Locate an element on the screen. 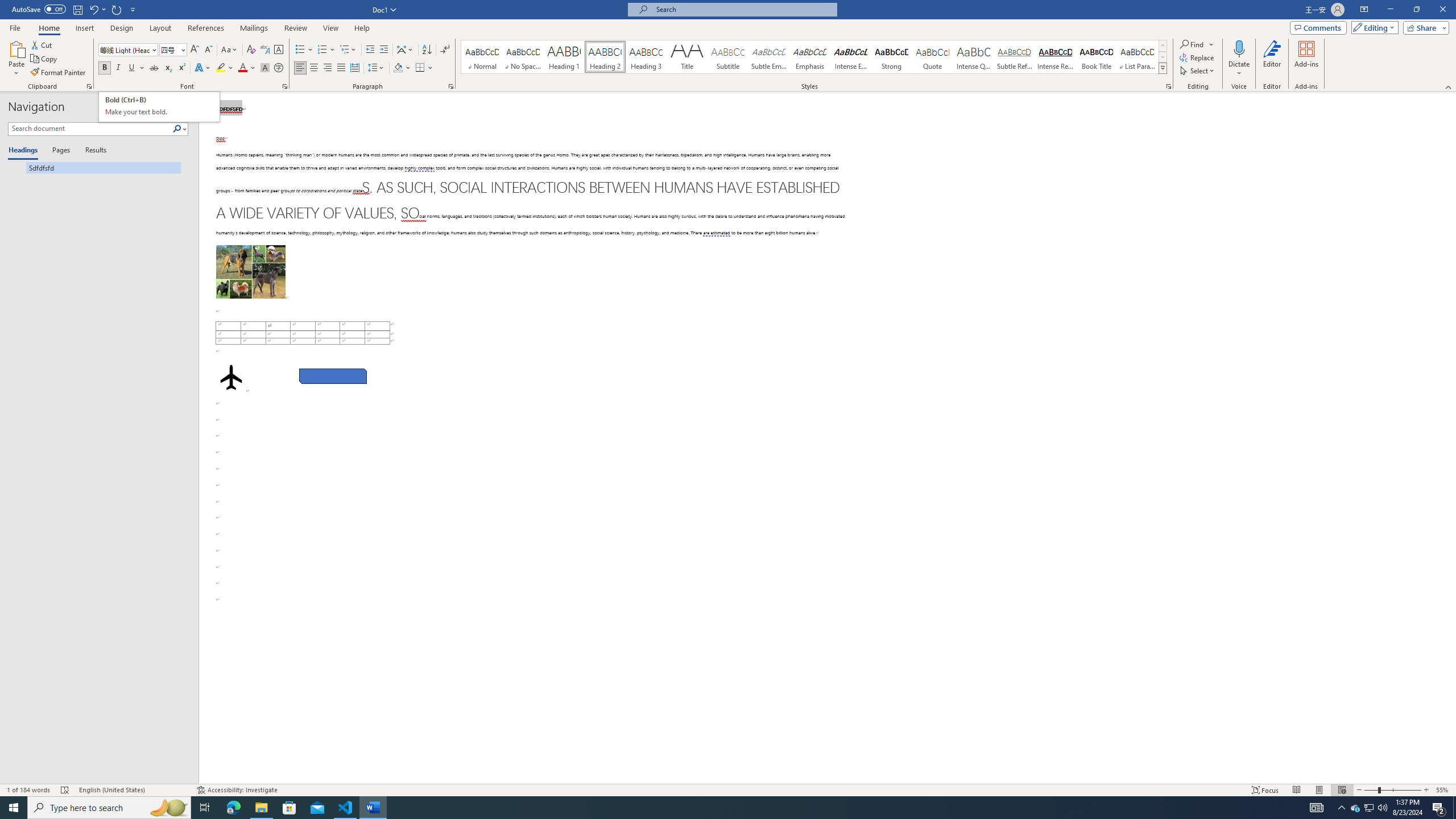 The width and height of the screenshot is (1456, 819). 'Character Shading' is located at coordinates (264, 67).